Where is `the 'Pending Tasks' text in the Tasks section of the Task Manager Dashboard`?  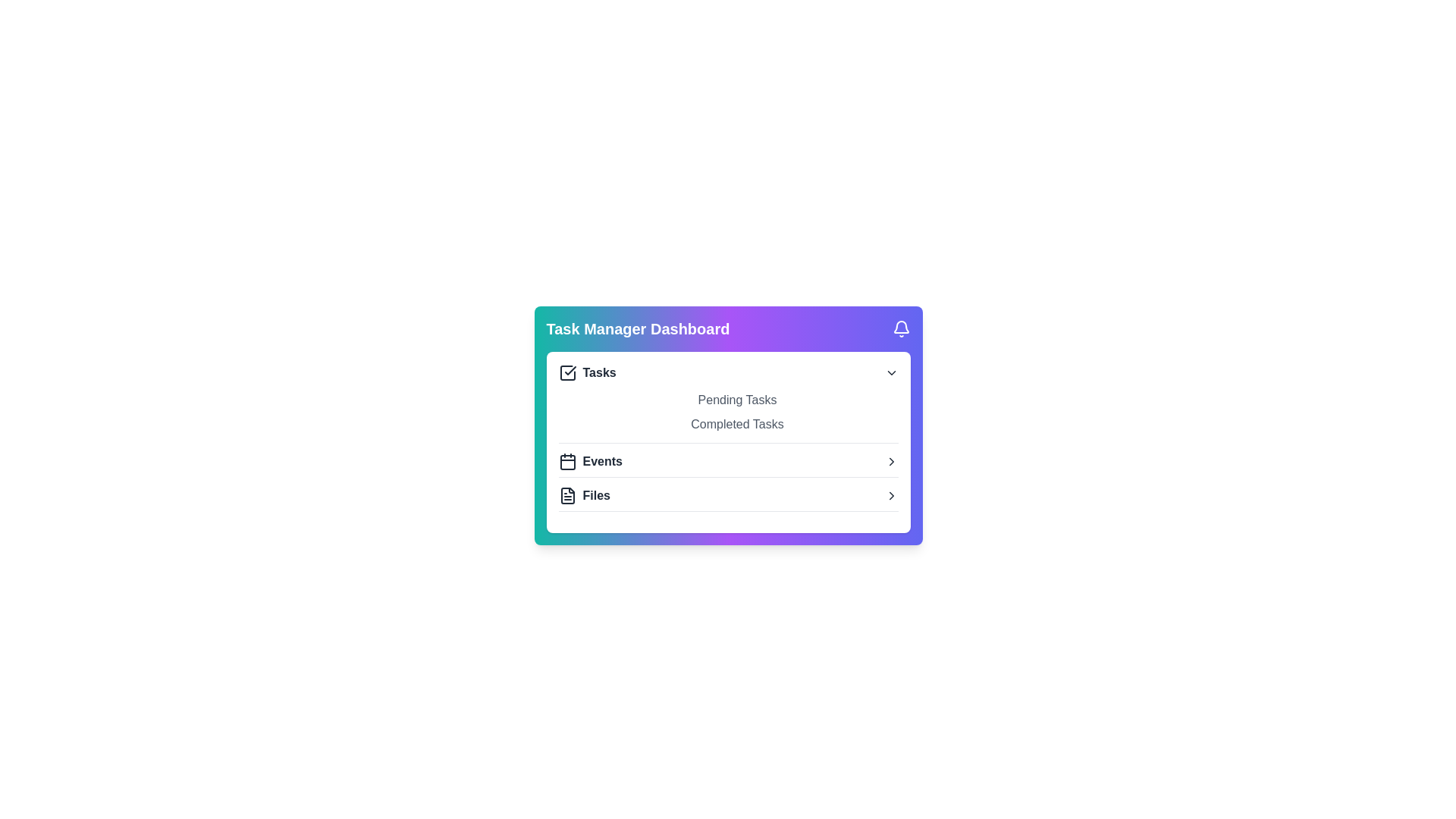
the 'Pending Tasks' text in the Tasks section of the Task Manager Dashboard is located at coordinates (728, 400).